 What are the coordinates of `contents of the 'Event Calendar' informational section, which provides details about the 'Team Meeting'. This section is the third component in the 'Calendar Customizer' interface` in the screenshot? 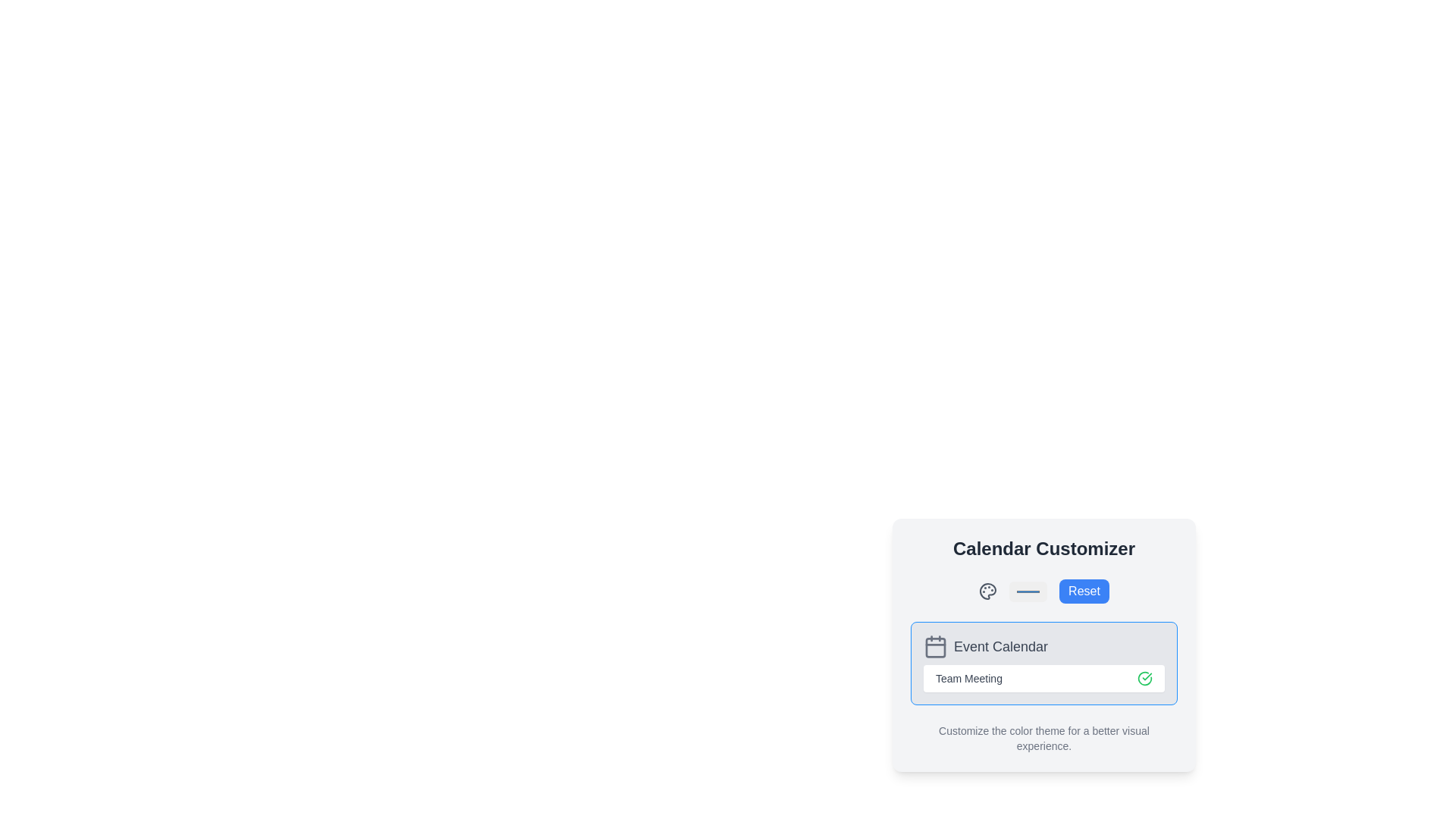 It's located at (1043, 663).